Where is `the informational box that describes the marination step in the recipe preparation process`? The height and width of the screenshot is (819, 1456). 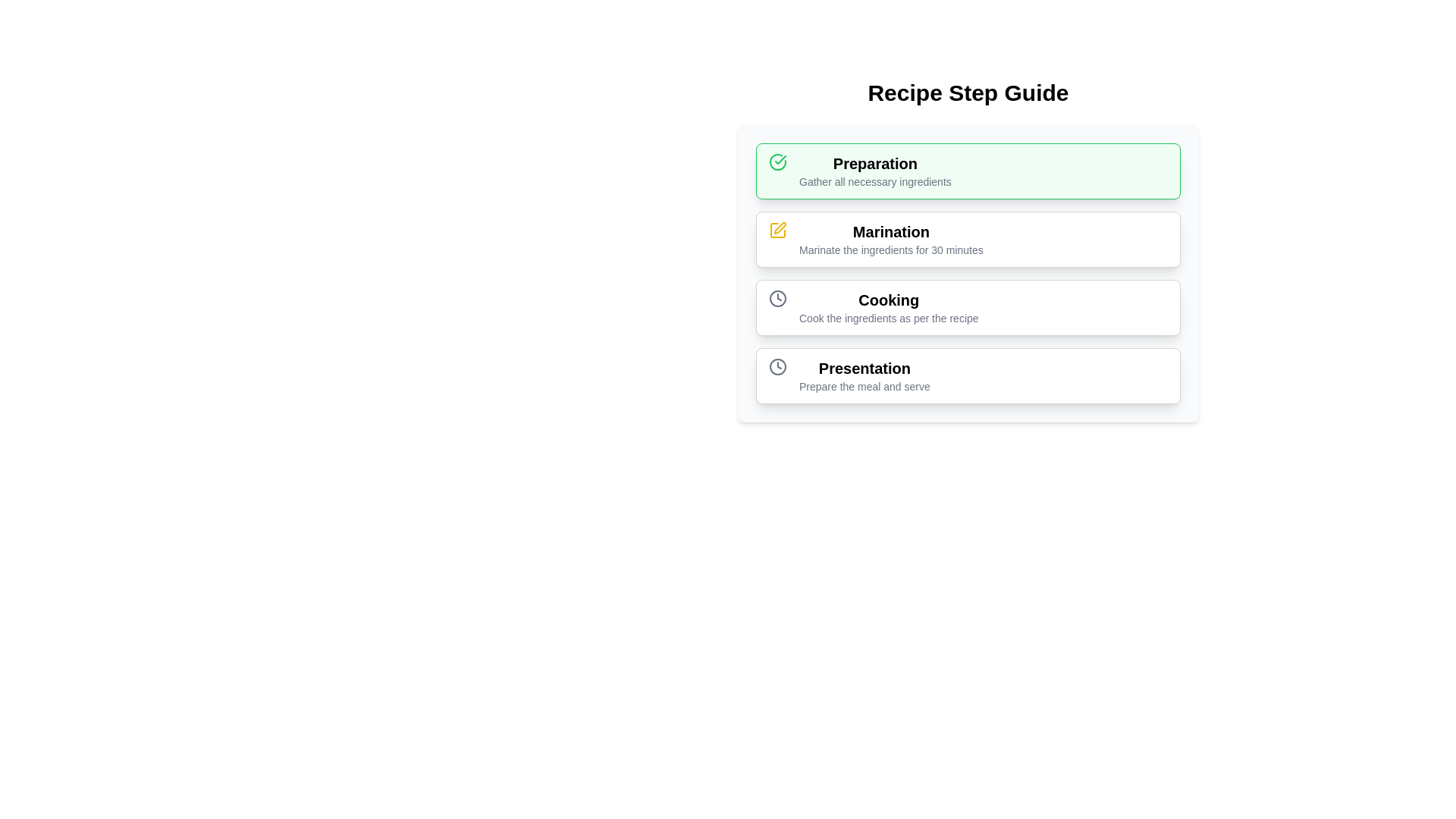 the informational box that describes the marination step in the recipe preparation process is located at coordinates (967, 239).